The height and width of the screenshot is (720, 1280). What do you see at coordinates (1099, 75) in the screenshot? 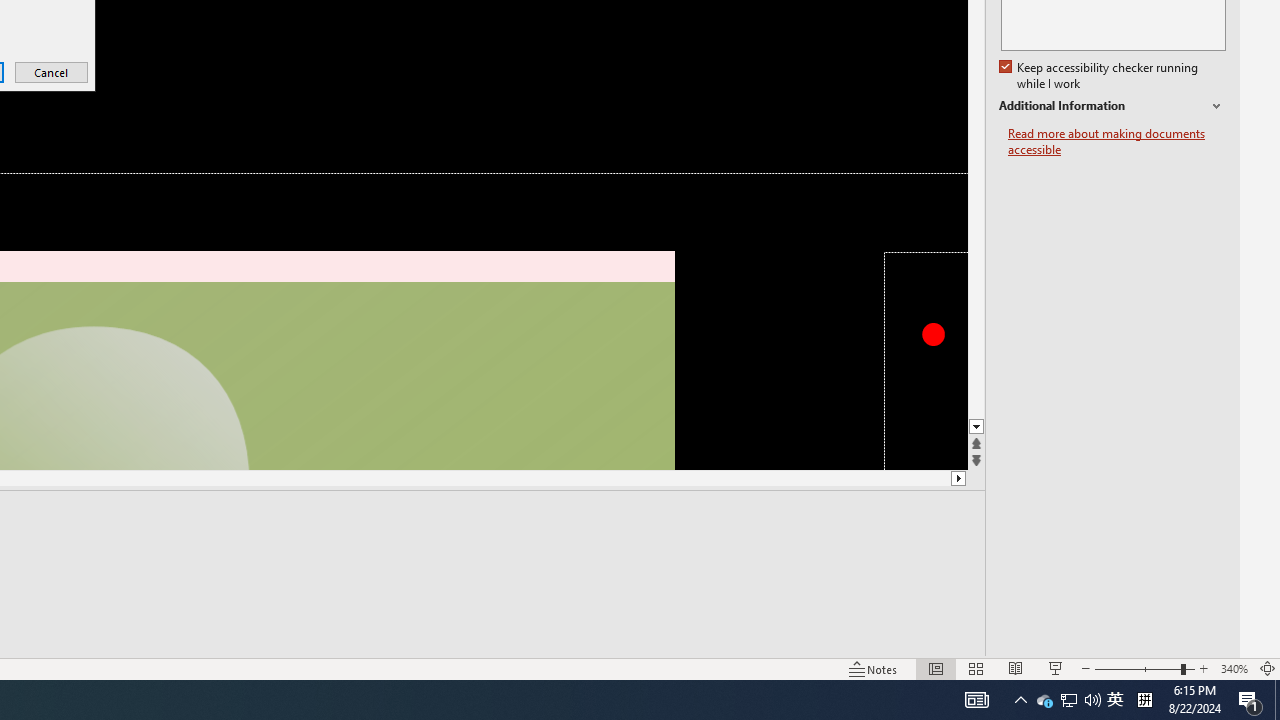
I see `'Keep accessibility checker running while I work'` at bounding box center [1099, 75].